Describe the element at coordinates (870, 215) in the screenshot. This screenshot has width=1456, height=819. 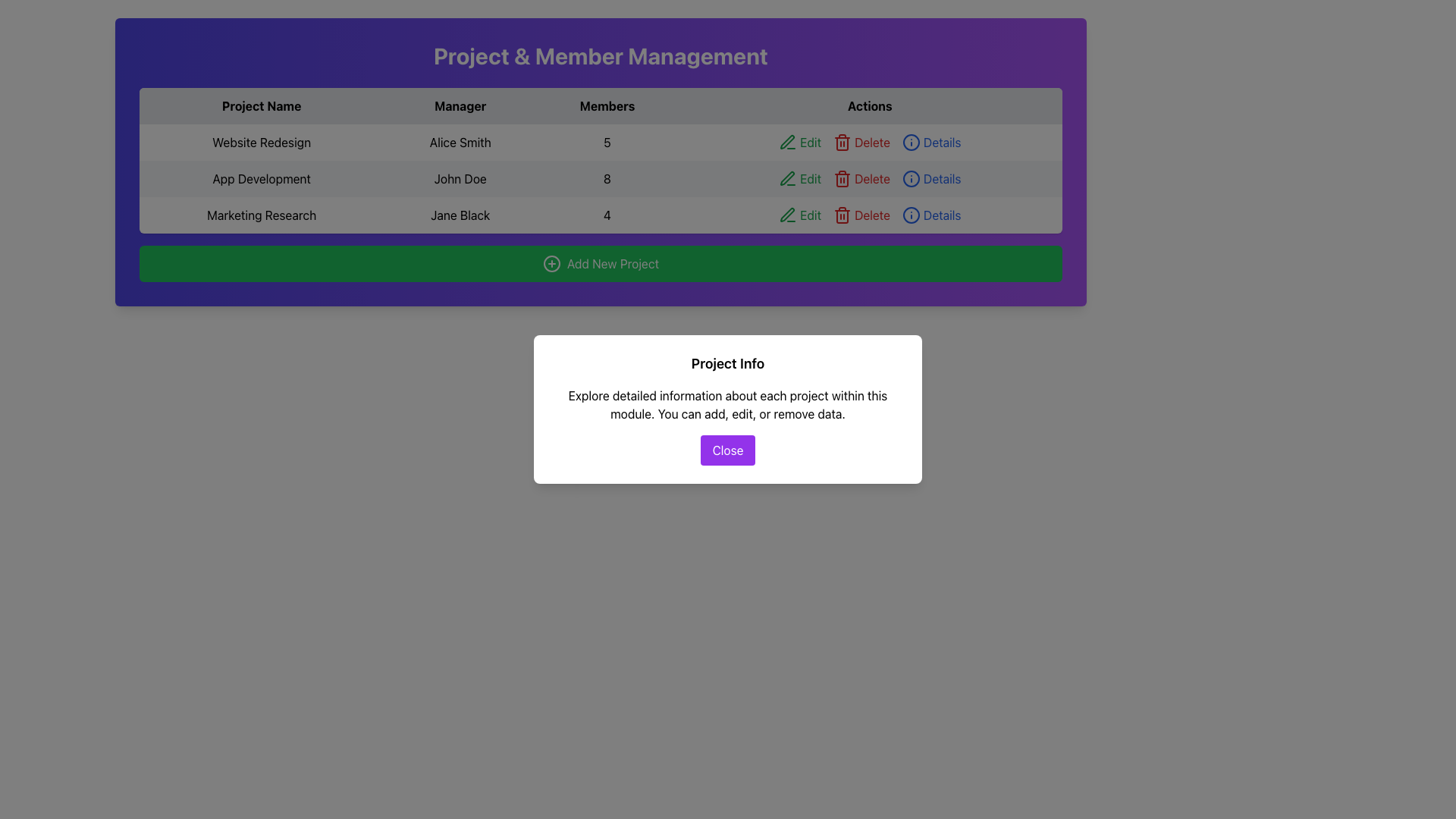
I see `the 'Edit' button in the last row under the 'Actions' column of the table for the 'Marketing Research' entry to change its color` at that location.